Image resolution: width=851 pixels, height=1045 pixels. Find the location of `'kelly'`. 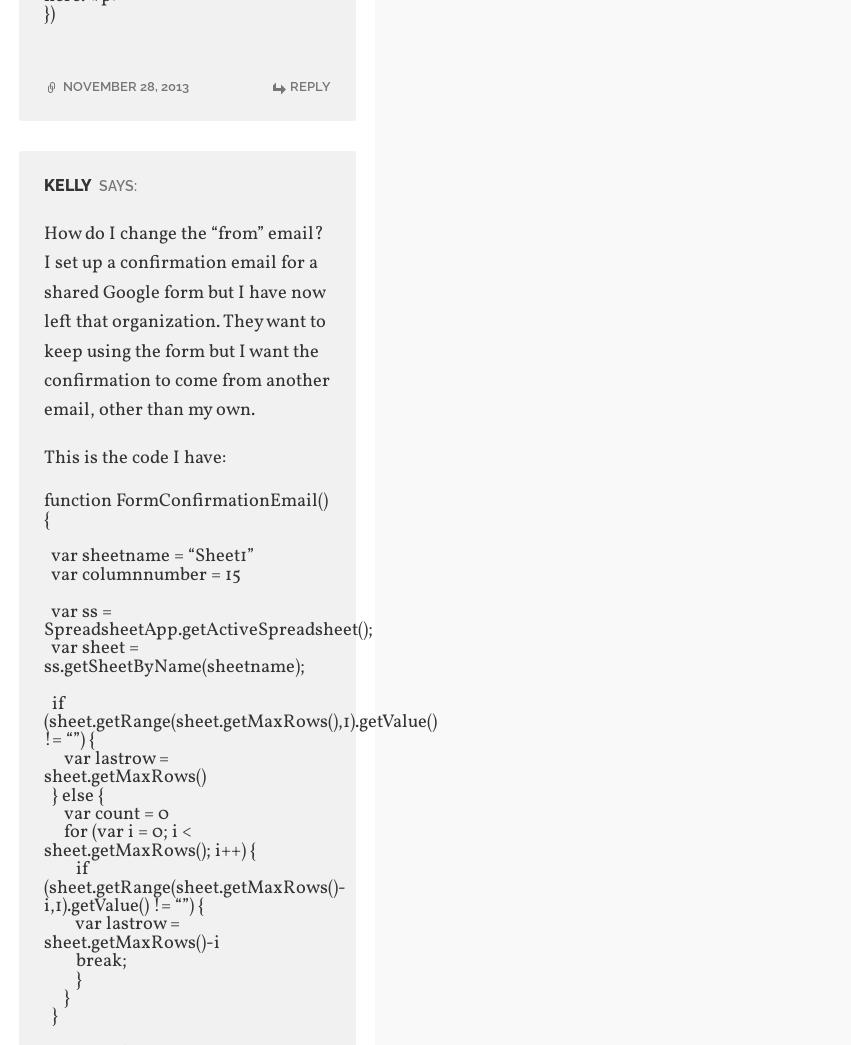

'kelly' is located at coordinates (42, 184).